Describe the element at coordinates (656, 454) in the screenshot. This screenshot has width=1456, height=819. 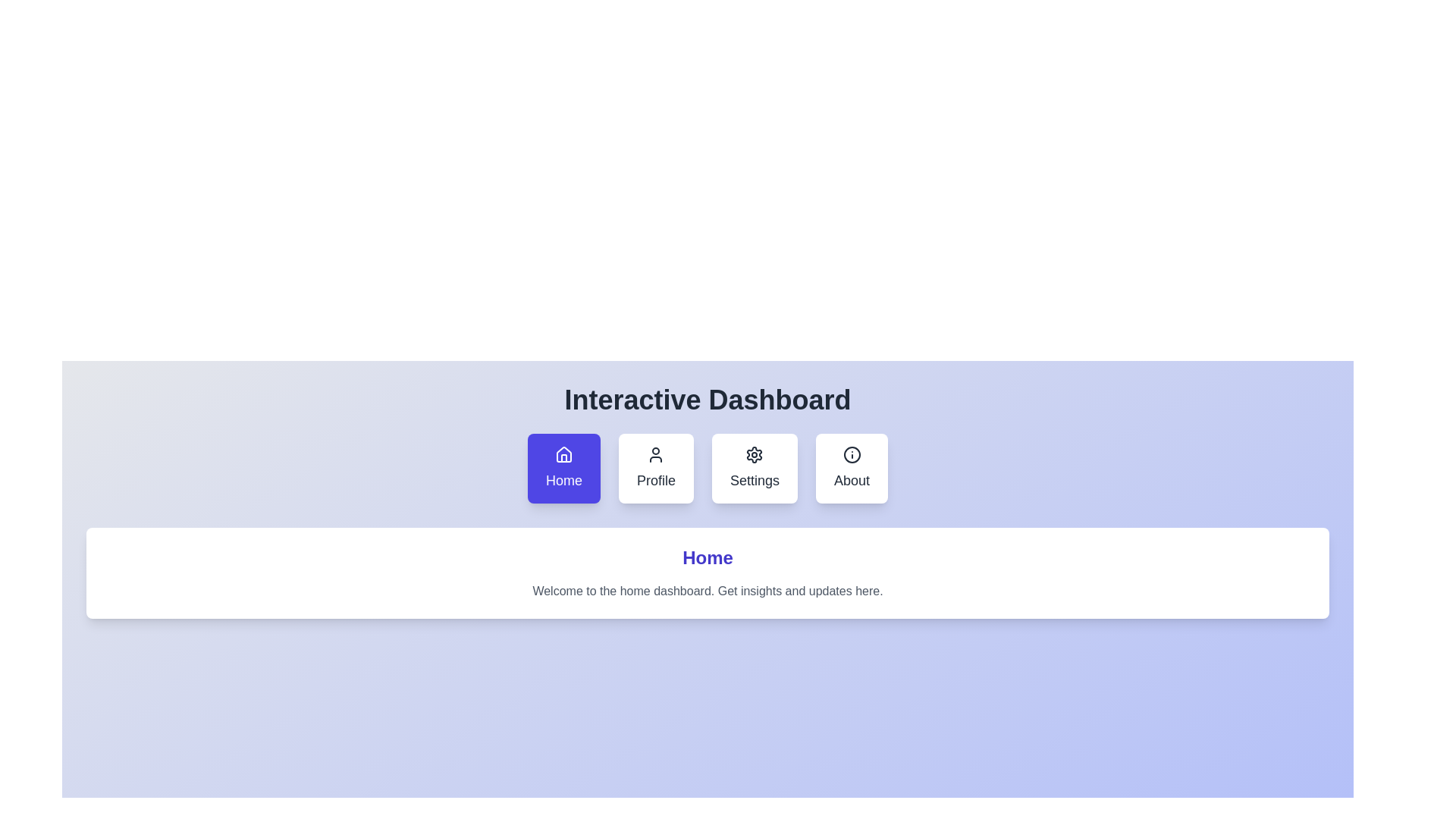
I see `the Profile button icon, which serves as a visual indicator for user-related features or account settings, positioned in the top-center of the button beneath the heading 'Interactive Dashboard'` at that location.